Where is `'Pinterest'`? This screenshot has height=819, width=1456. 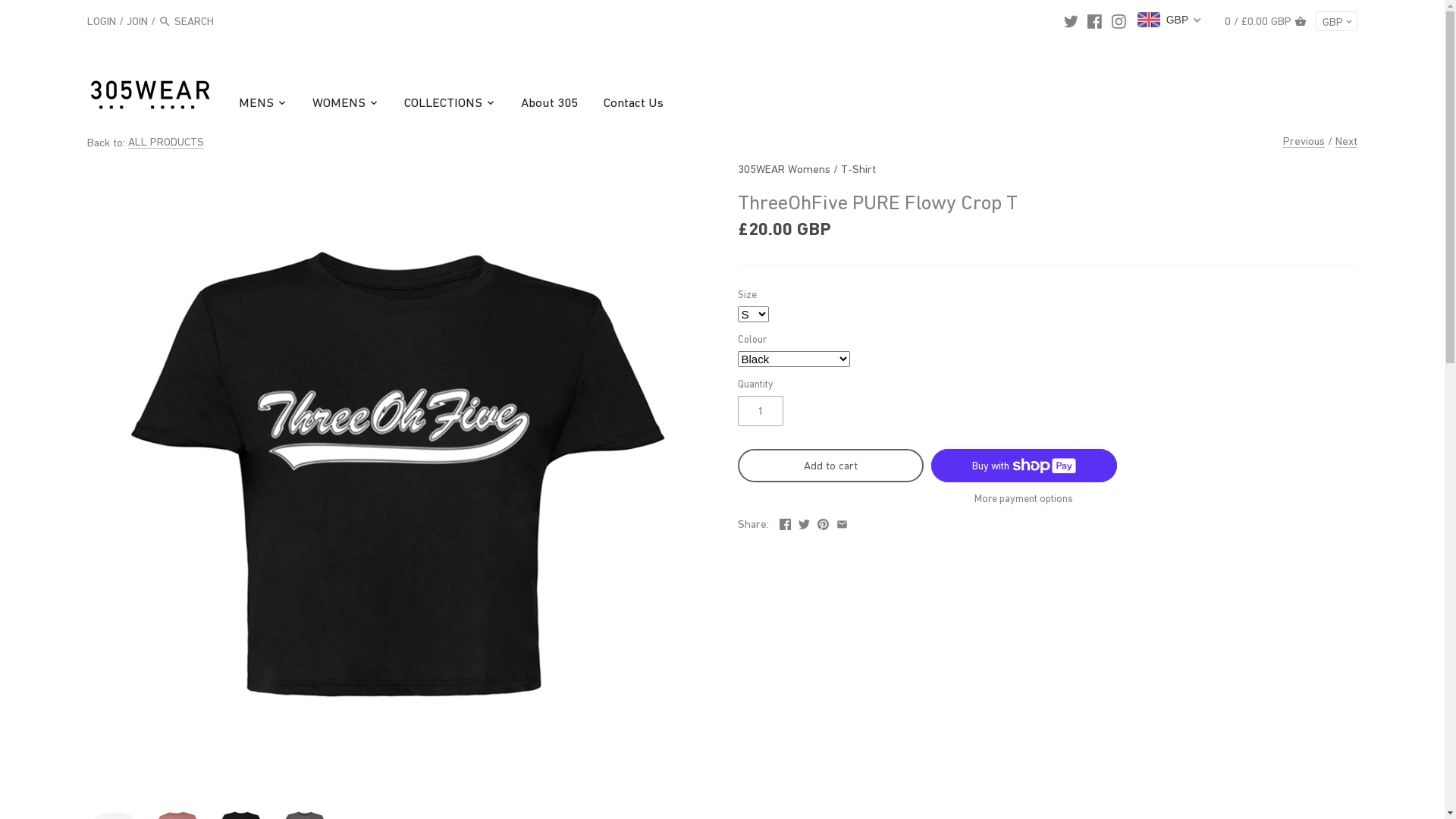 'Pinterest' is located at coordinates (817, 521).